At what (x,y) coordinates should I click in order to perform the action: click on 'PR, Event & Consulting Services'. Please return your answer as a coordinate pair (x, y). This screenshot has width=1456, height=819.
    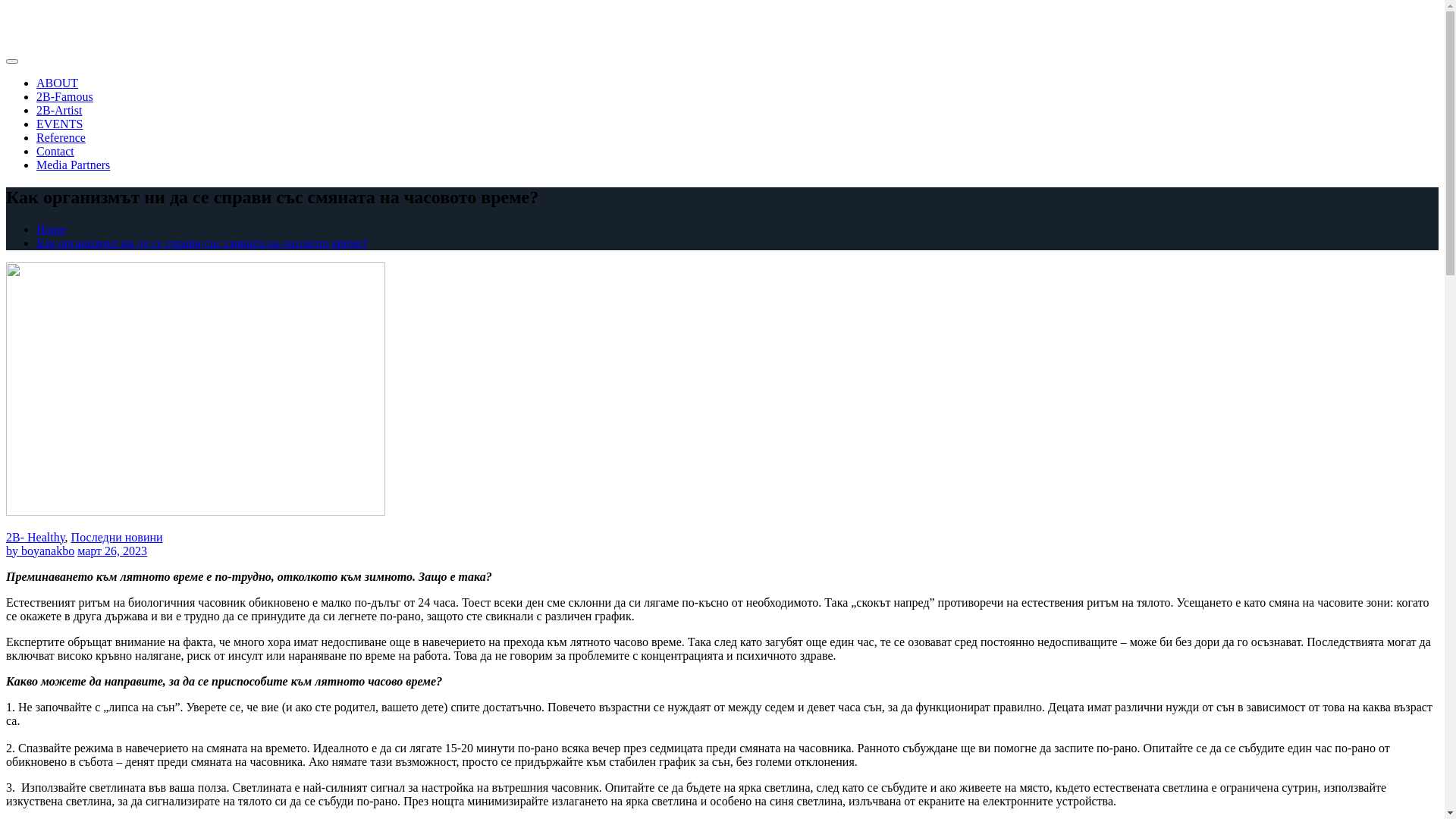
    Looking at the image, I should click on (134, 25).